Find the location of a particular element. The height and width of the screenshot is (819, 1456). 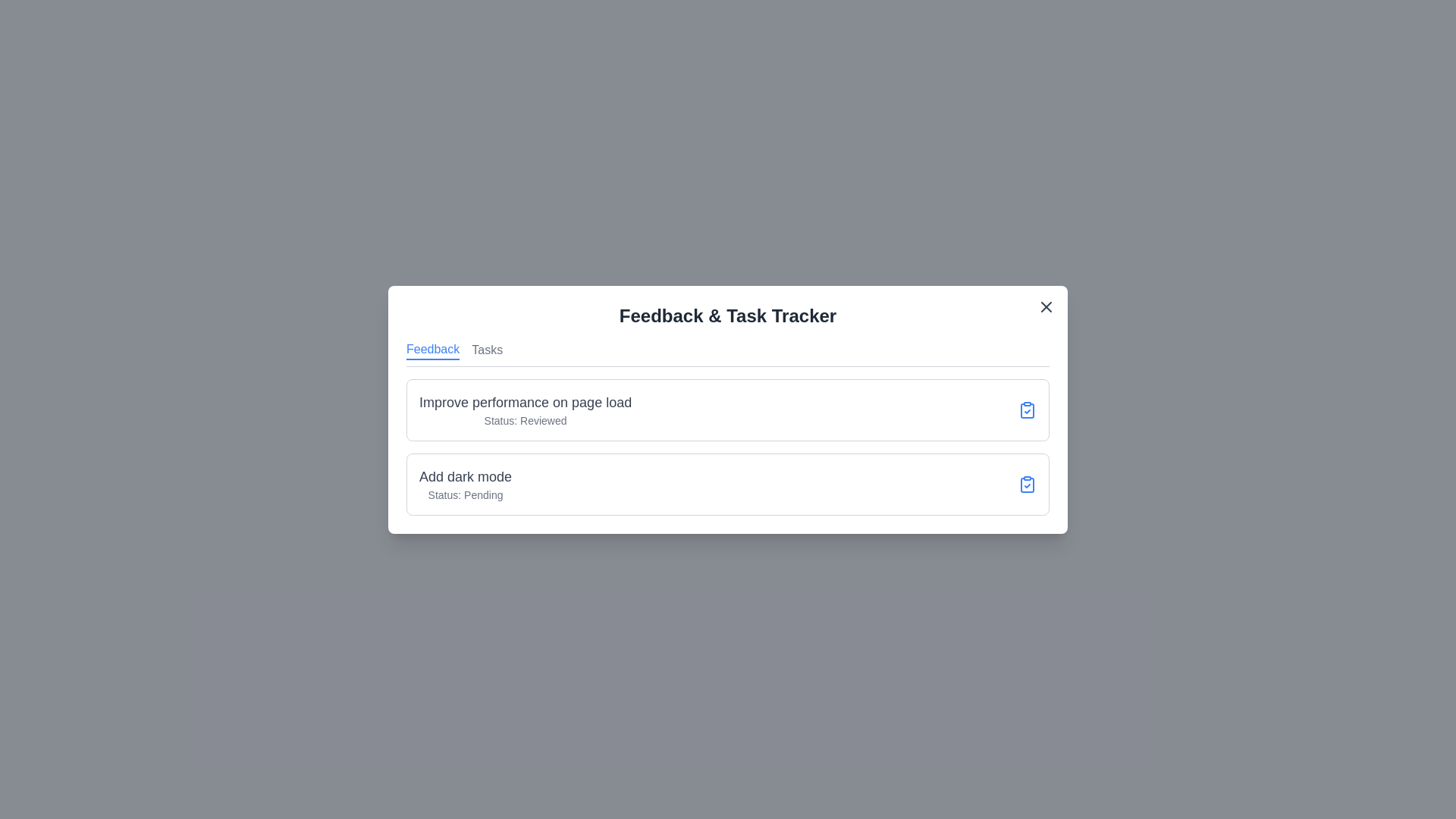

the Interactive tab in the header section, positioned to the left of the 'Tasks' option is located at coordinates (432, 350).